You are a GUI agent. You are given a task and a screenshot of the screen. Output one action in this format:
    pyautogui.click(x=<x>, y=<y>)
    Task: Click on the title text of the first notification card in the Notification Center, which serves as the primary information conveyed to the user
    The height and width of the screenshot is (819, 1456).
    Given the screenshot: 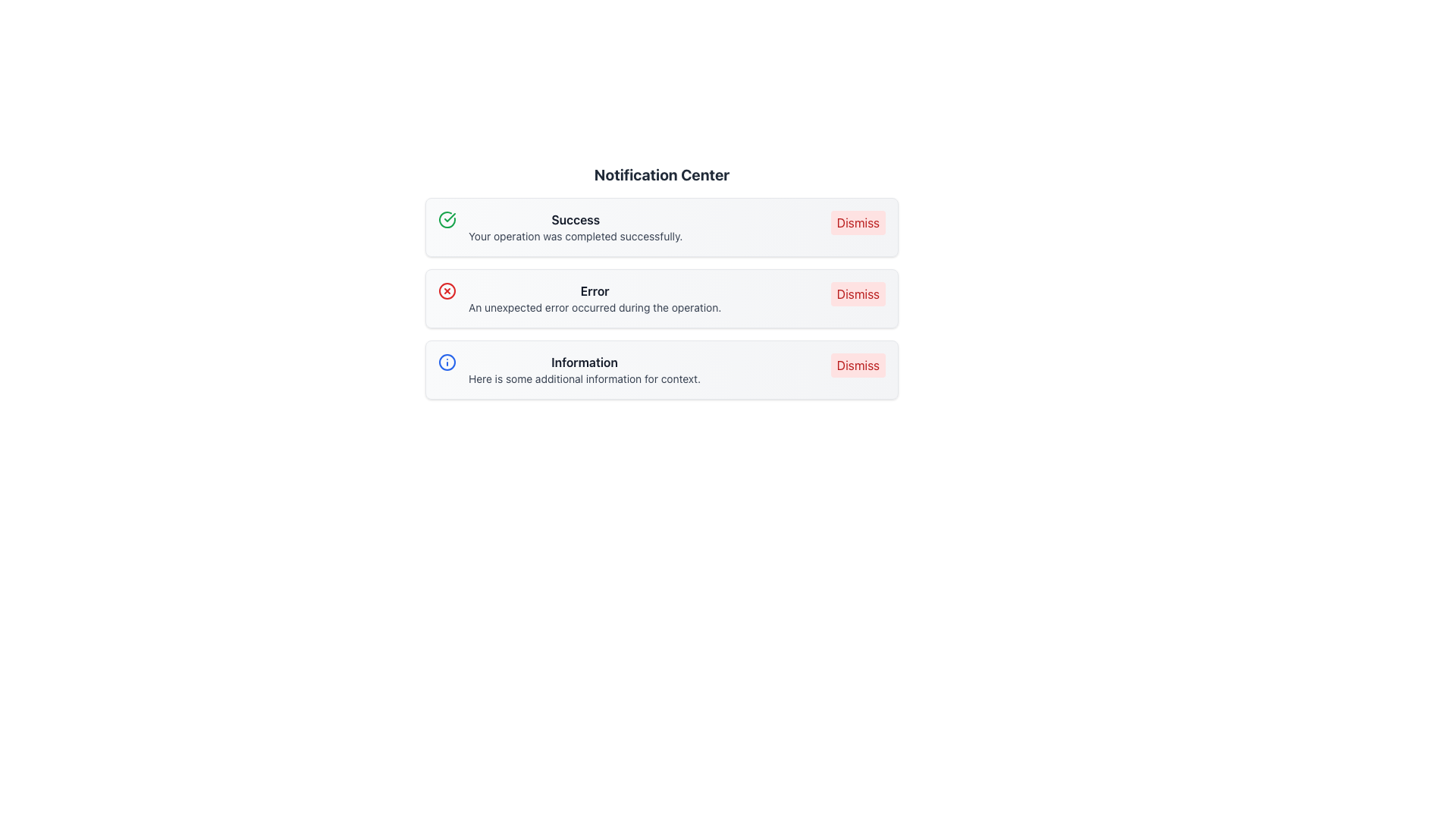 What is the action you would take?
    pyautogui.click(x=575, y=219)
    